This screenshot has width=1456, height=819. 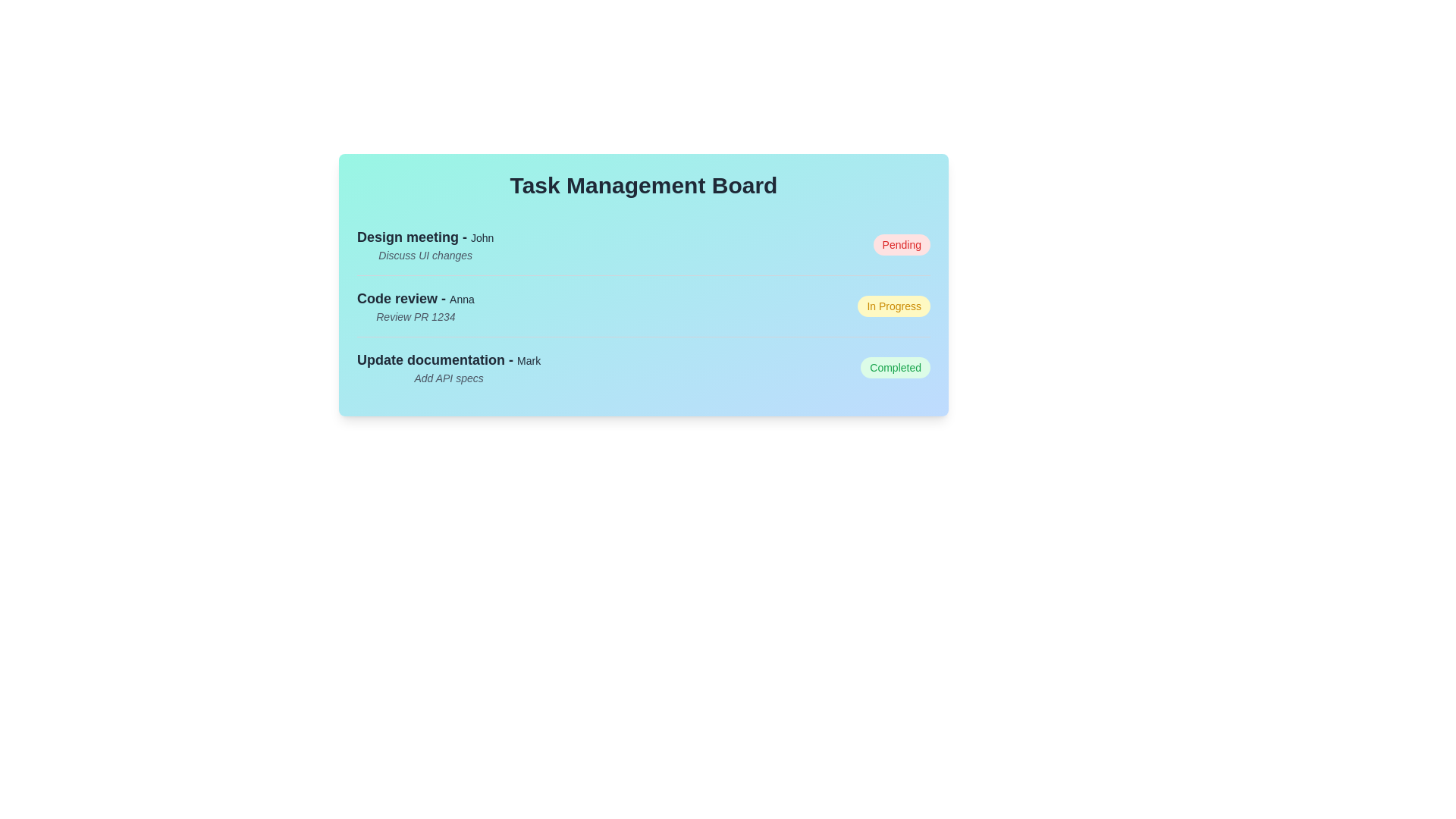 What do you see at coordinates (894, 306) in the screenshot?
I see `the task status indicator for Code review to toggle its state` at bounding box center [894, 306].